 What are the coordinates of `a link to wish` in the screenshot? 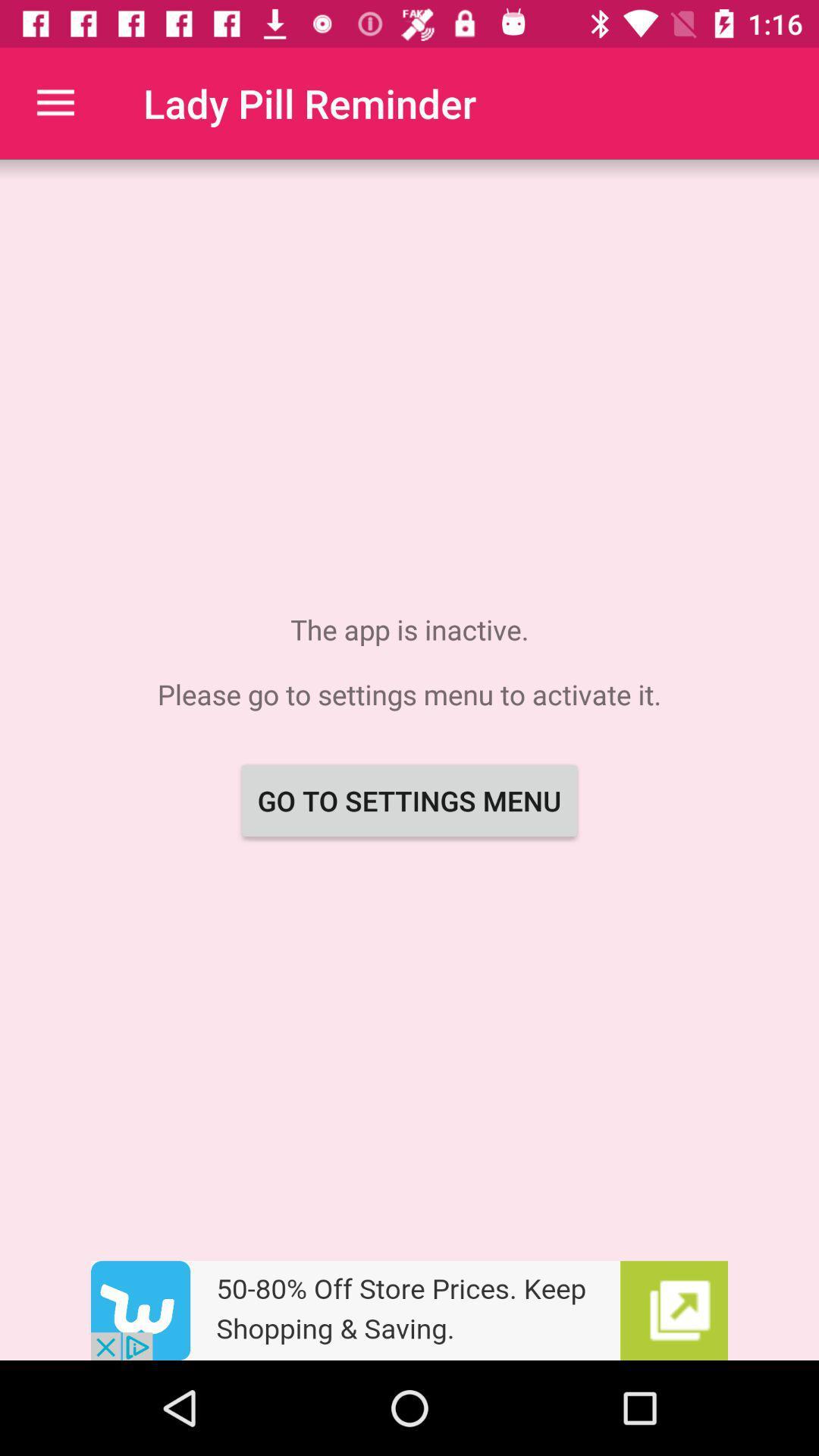 It's located at (409, 1310).